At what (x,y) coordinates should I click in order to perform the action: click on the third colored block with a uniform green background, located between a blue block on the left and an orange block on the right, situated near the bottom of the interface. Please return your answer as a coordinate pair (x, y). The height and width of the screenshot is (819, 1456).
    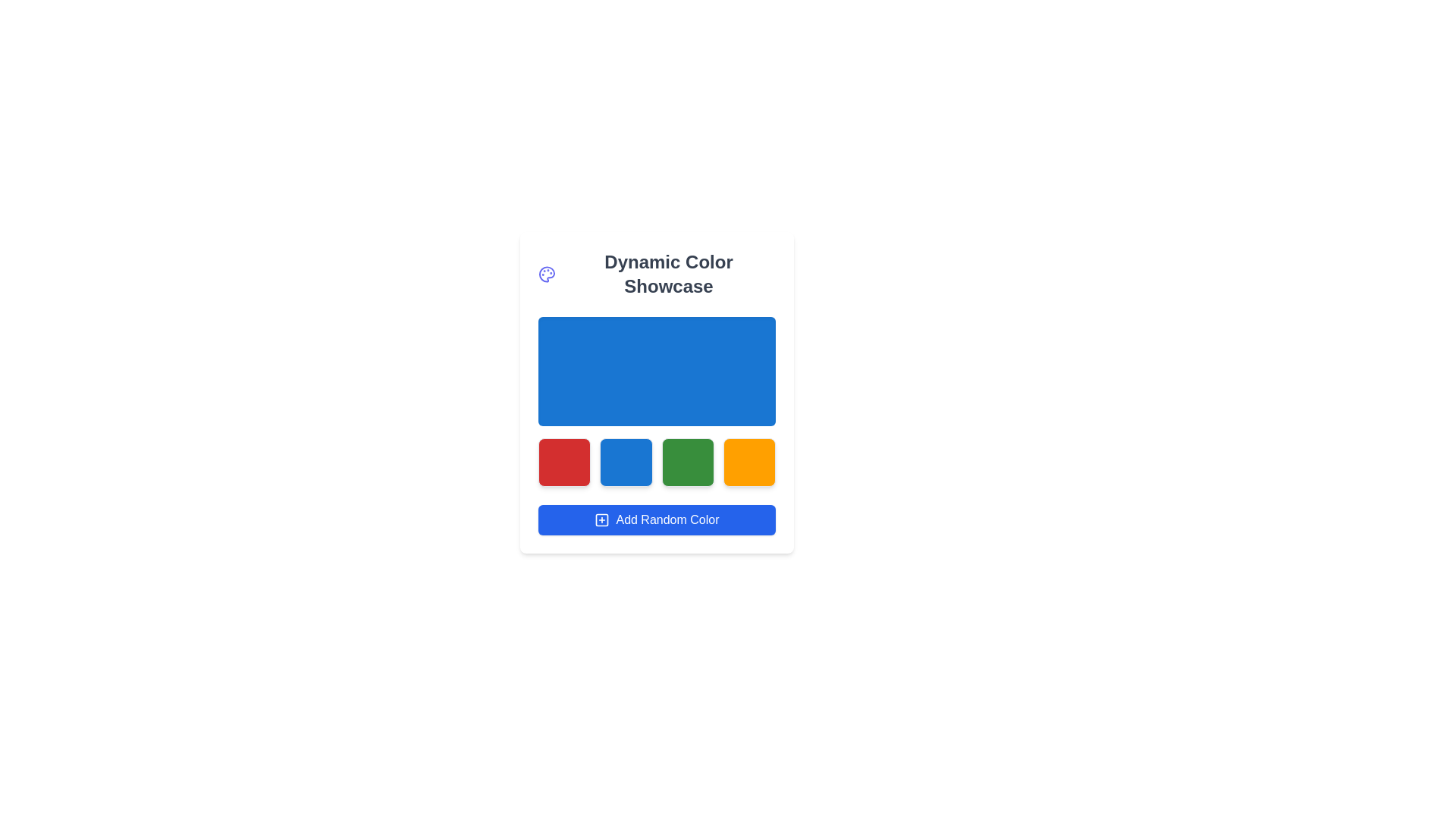
    Looking at the image, I should click on (687, 461).